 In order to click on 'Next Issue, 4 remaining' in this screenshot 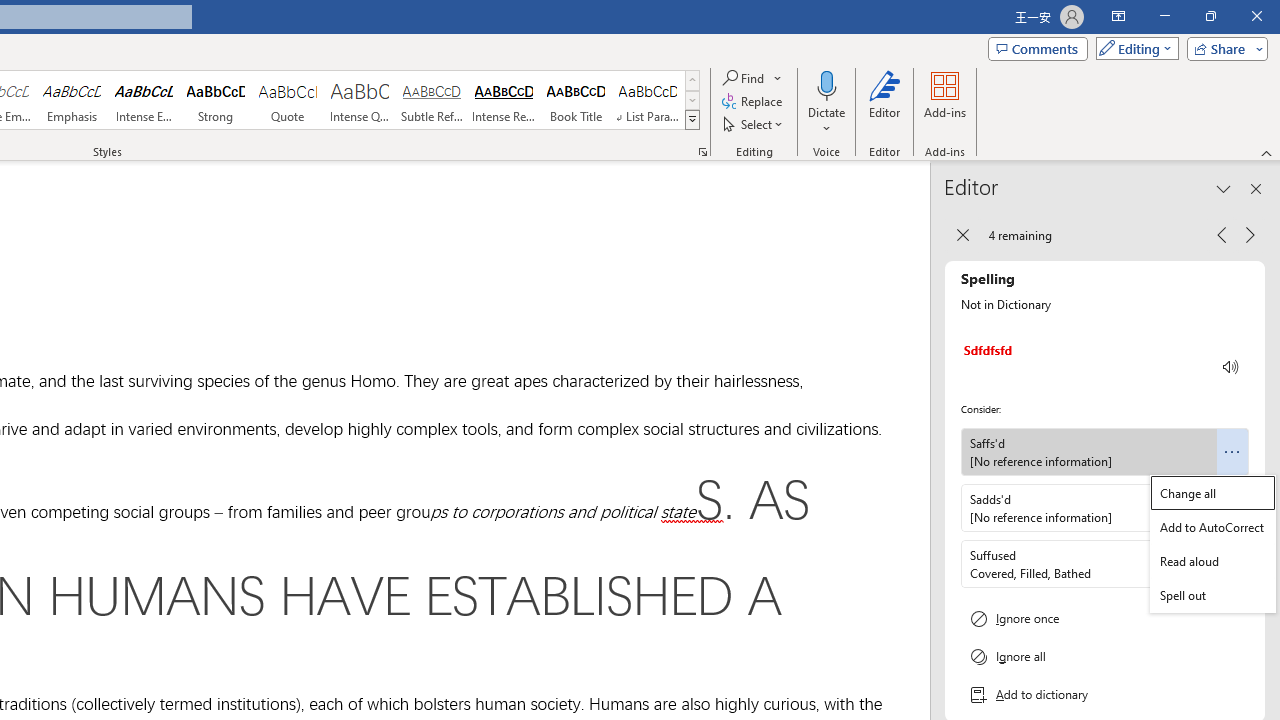, I will do `click(1249, 233)`.